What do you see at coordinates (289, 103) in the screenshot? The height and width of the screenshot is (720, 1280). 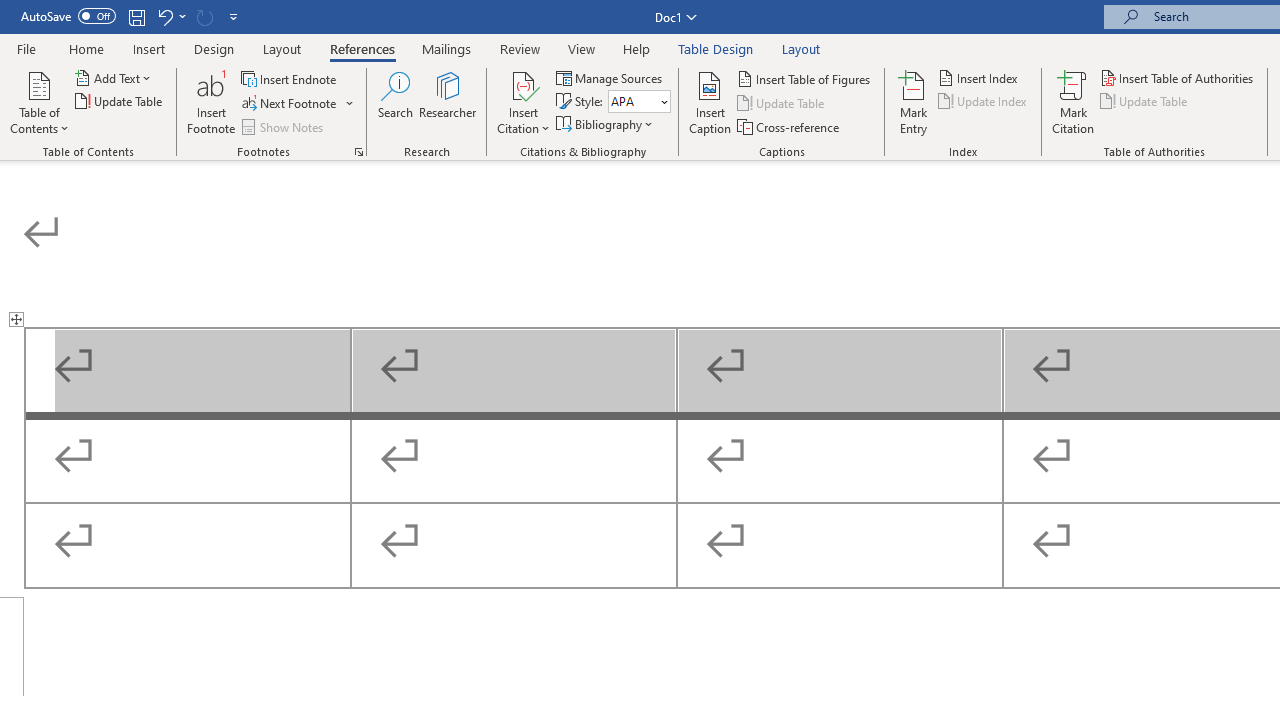 I see `'Next Footnote'` at bounding box center [289, 103].